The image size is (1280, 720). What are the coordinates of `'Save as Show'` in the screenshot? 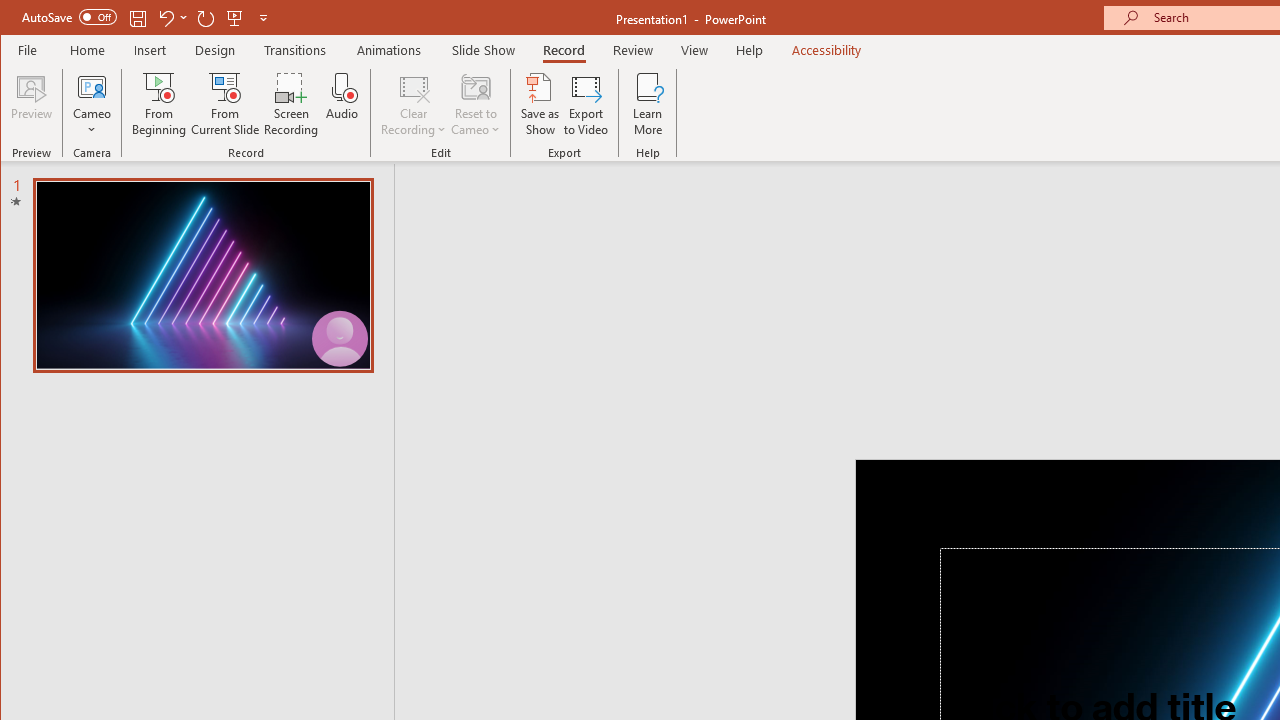 It's located at (540, 104).